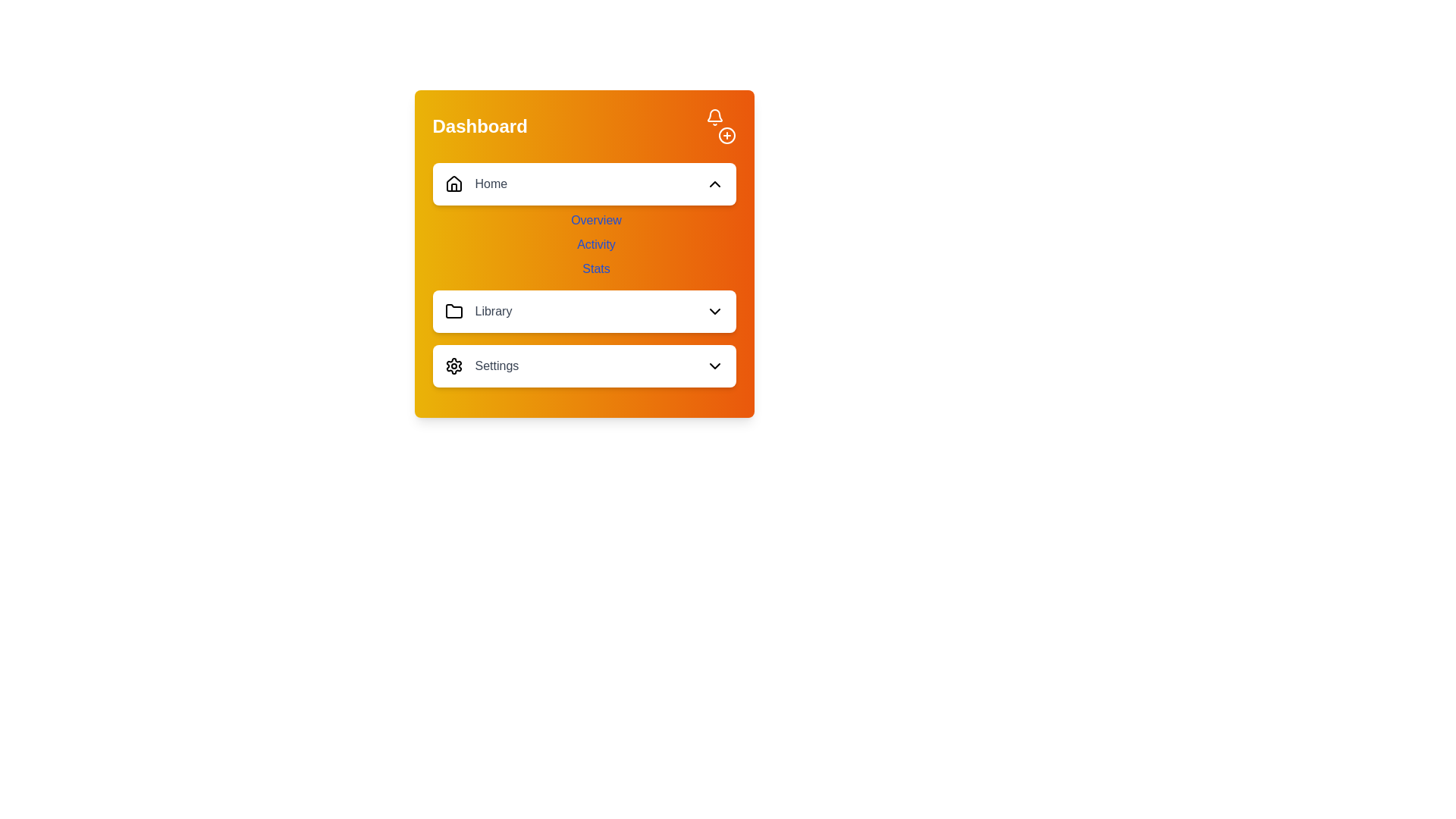 This screenshot has height=819, width=1456. Describe the element at coordinates (583, 311) in the screenshot. I see `the 'Library' button, which is the second item in a vertical list of three within the card layout` at that location.